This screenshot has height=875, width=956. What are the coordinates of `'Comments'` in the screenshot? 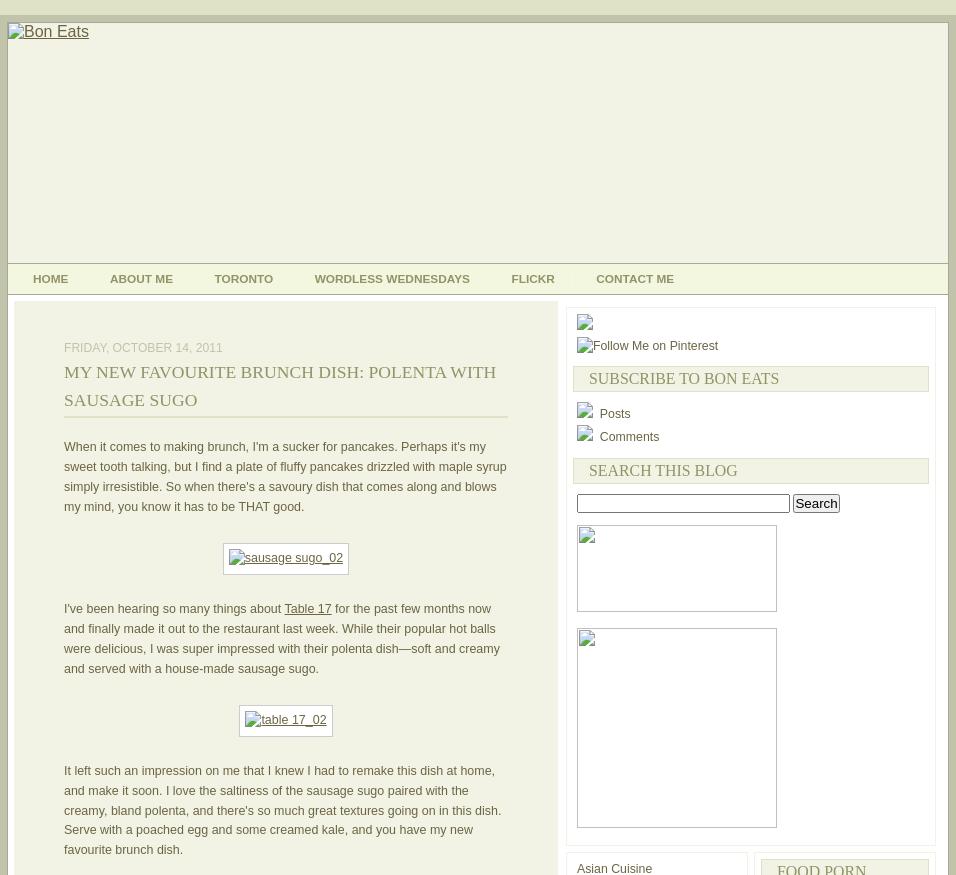 It's located at (594, 435).